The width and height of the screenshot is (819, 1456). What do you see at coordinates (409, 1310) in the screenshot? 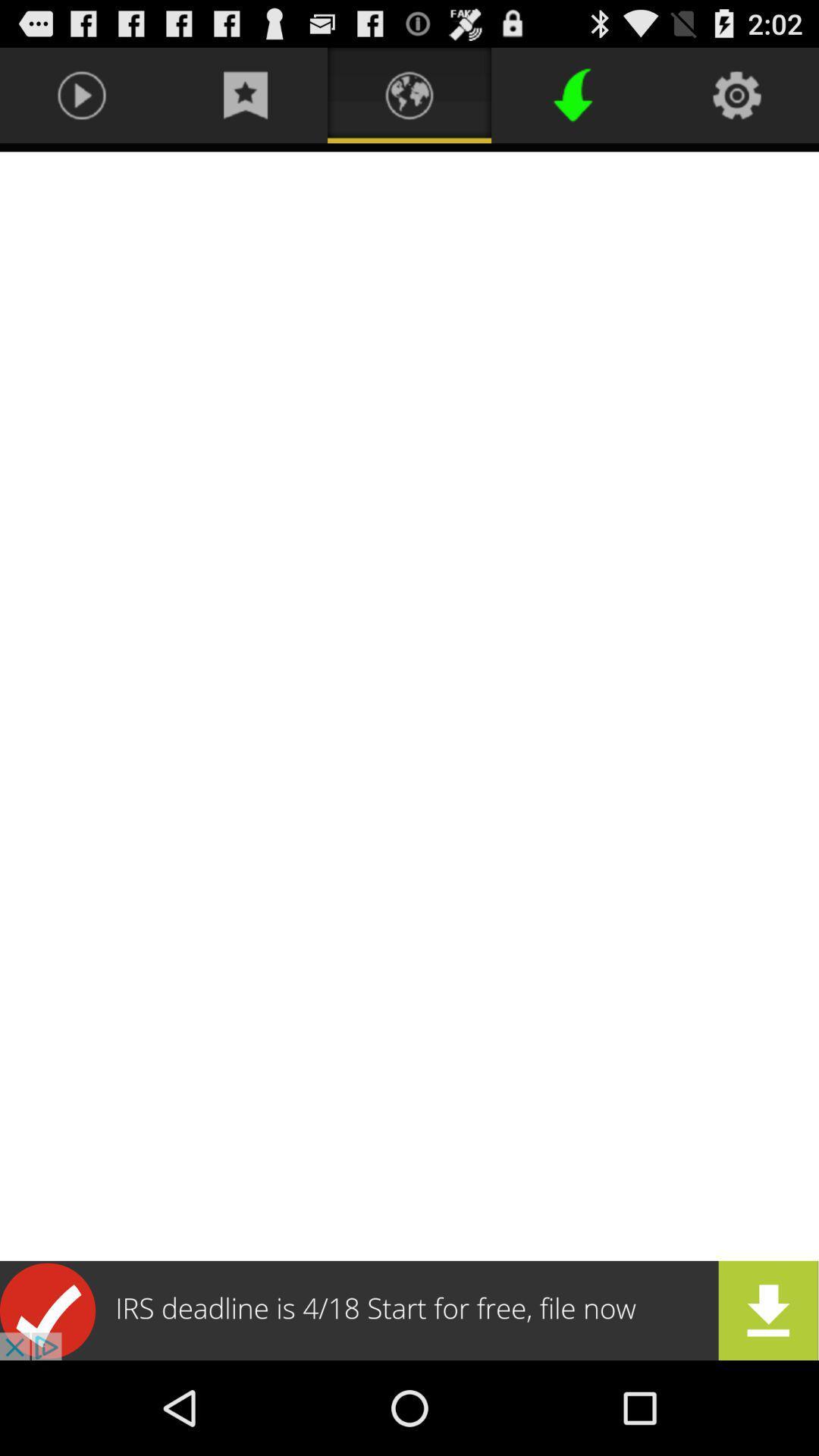
I see `click on the advertisement` at bounding box center [409, 1310].